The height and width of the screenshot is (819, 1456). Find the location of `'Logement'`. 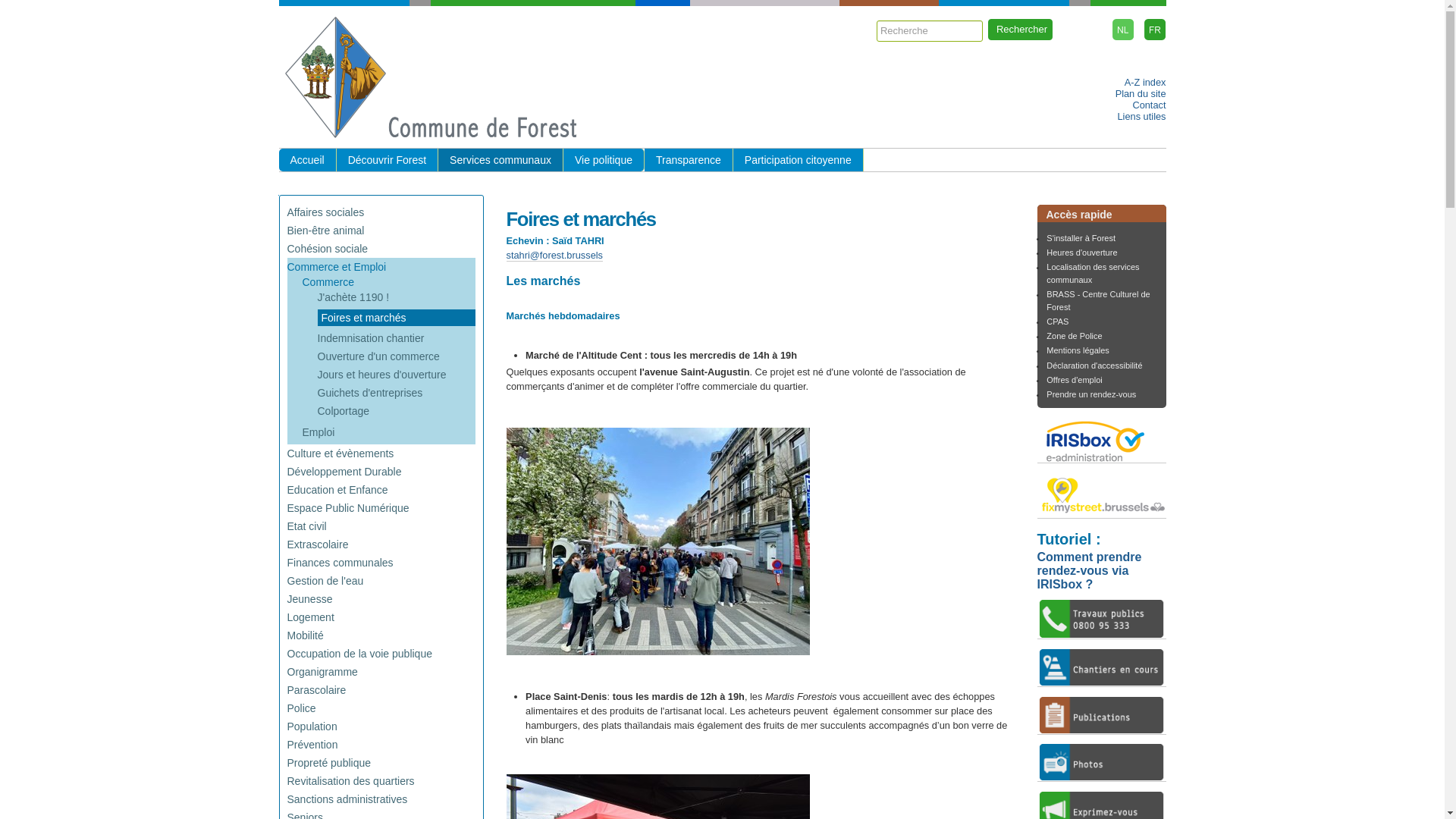

'Logement' is located at coordinates (287, 617).